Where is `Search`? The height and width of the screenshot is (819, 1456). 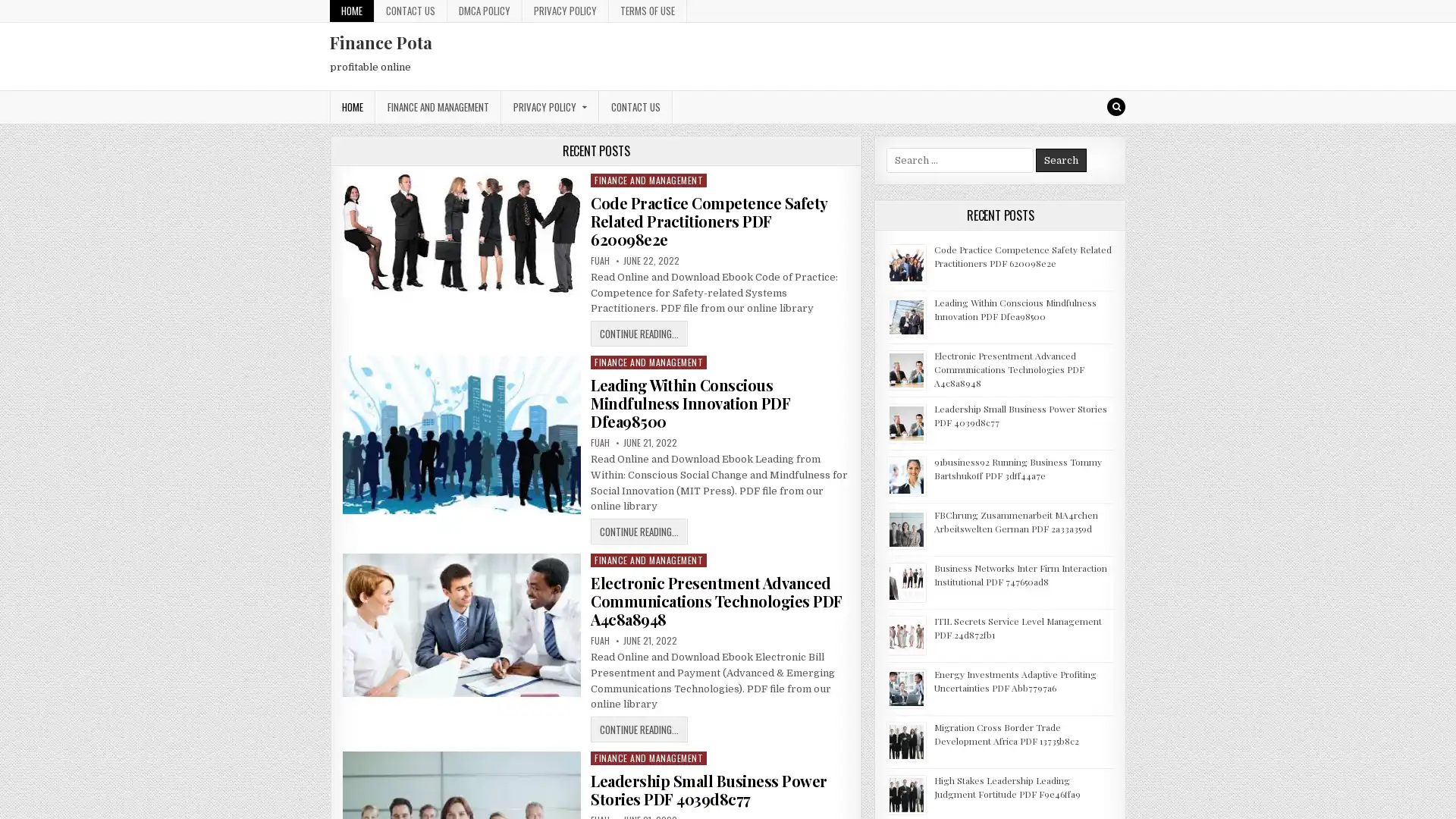 Search is located at coordinates (1060, 160).